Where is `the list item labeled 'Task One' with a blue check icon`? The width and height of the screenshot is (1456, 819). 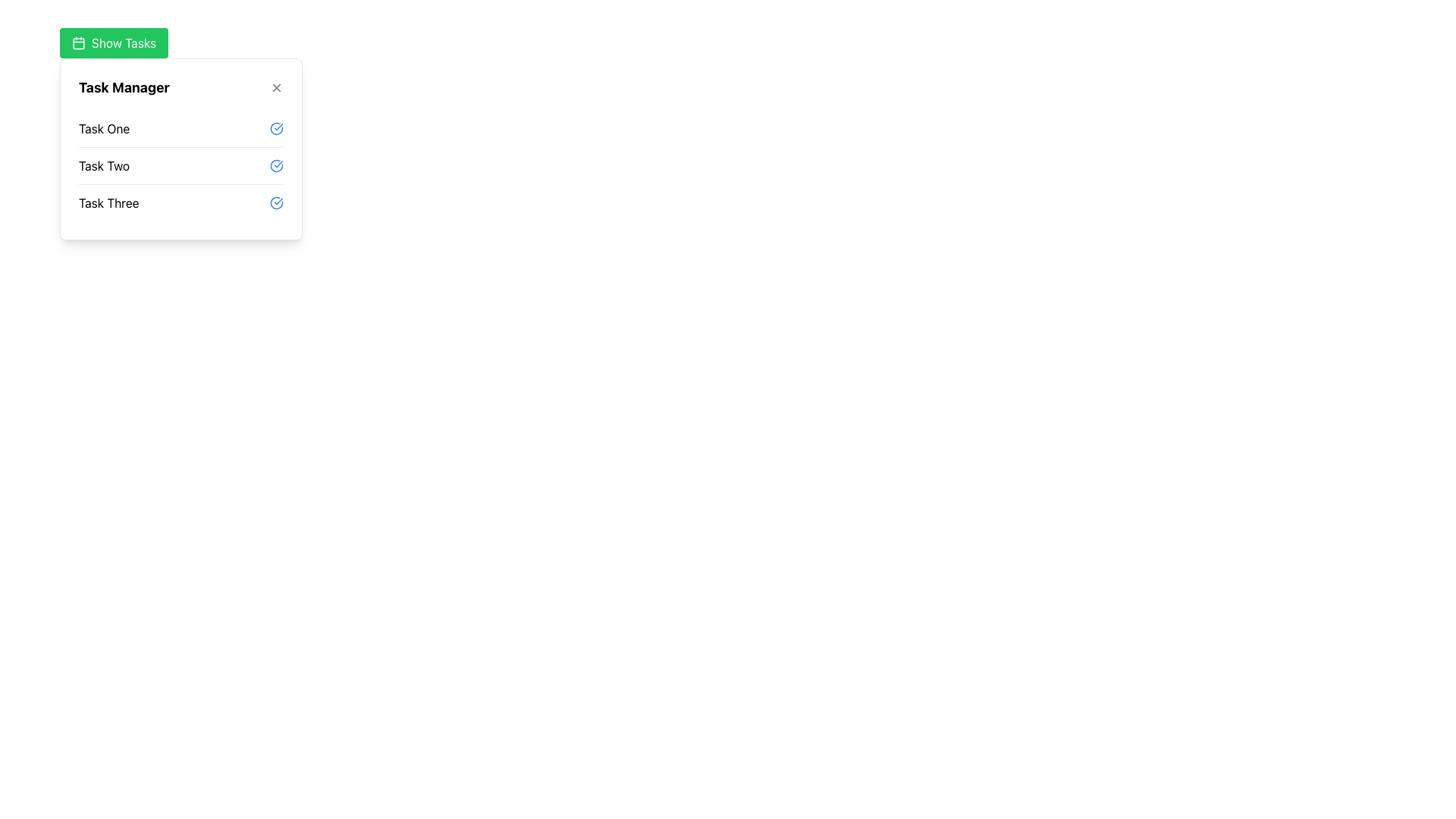
the list item labeled 'Task One' with a blue check icon is located at coordinates (181, 127).